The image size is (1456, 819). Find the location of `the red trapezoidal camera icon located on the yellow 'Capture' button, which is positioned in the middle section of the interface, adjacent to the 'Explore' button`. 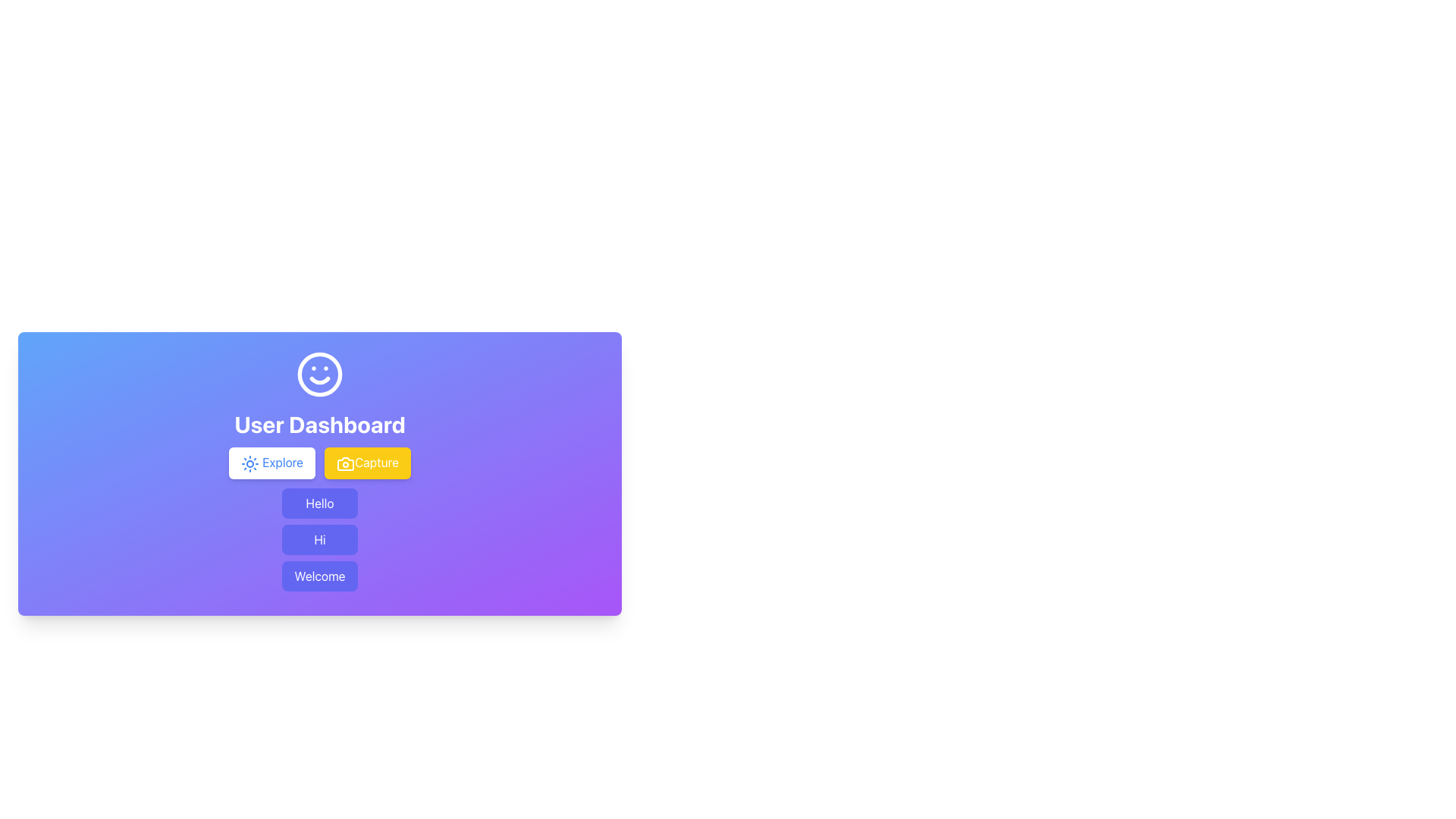

the red trapezoidal camera icon located on the yellow 'Capture' button, which is positioned in the middle section of the interface, adjacent to the 'Explore' button is located at coordinates (345, 463).